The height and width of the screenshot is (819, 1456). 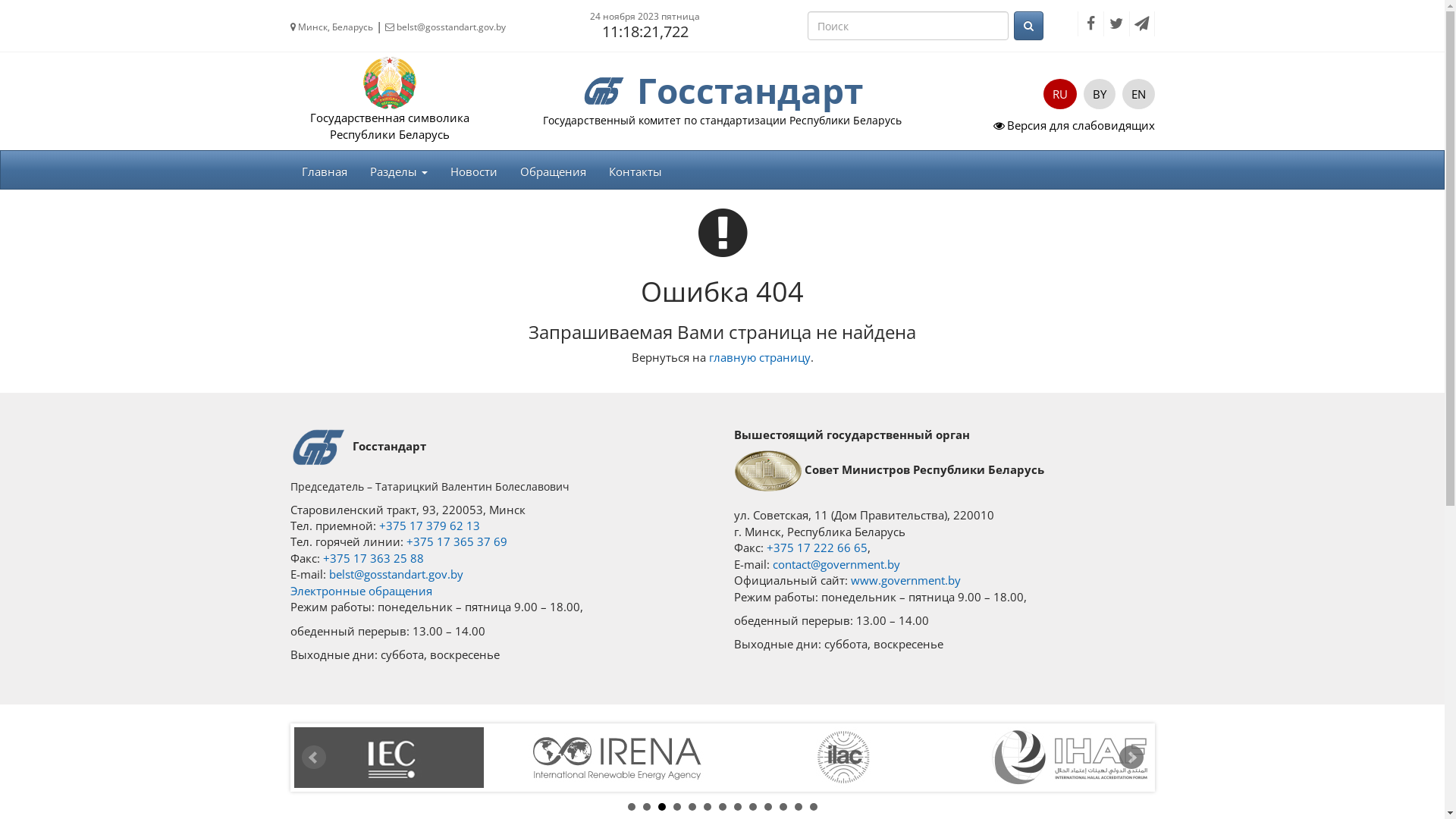 I want to click on 'belst@gosstandart.gov.by', so click(x=444, y=27).